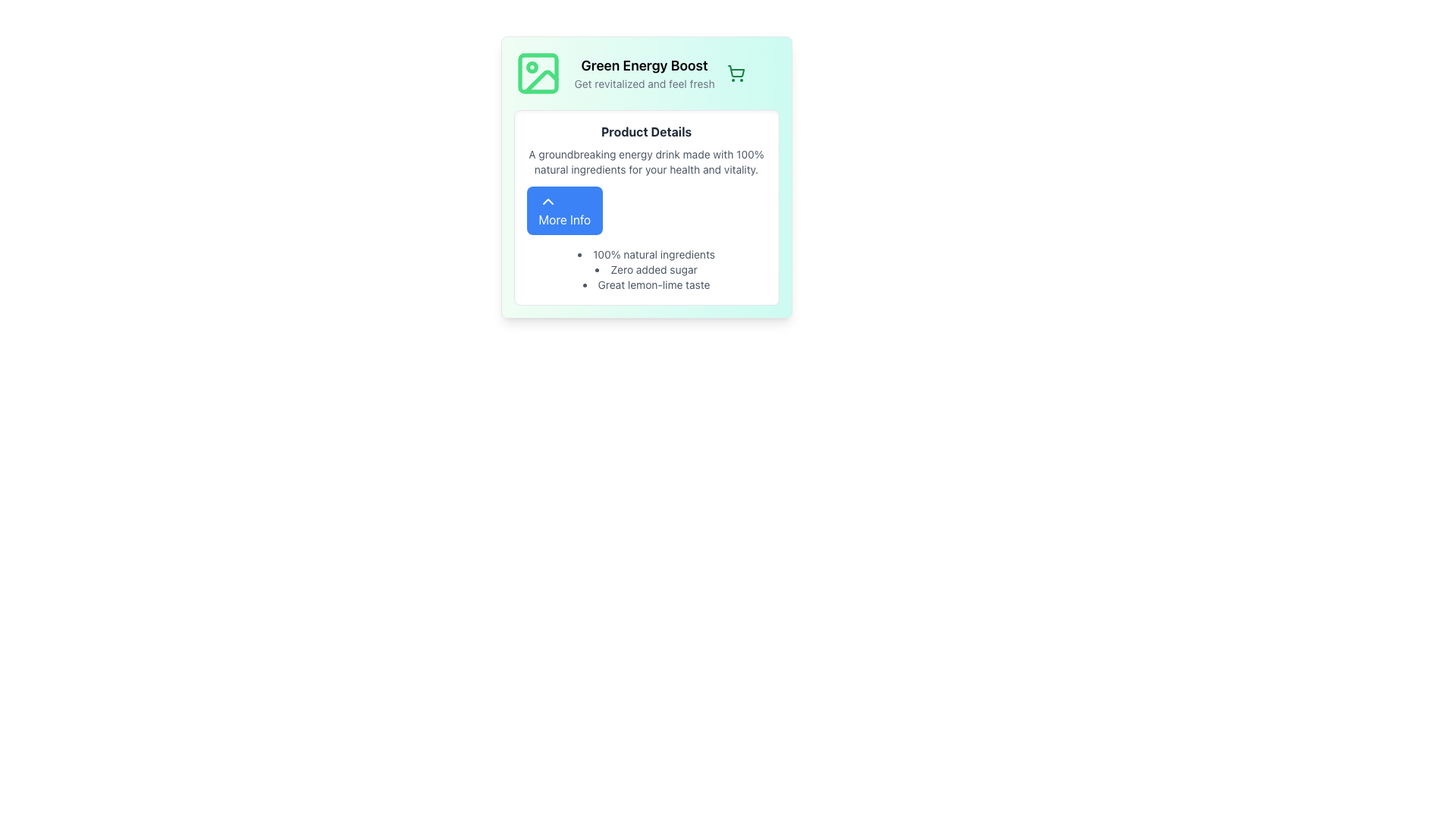  I want to click on the shopping icon located on the right side of the top section, adjacent to the title 'Green Energy Boost', so click(736, 73).